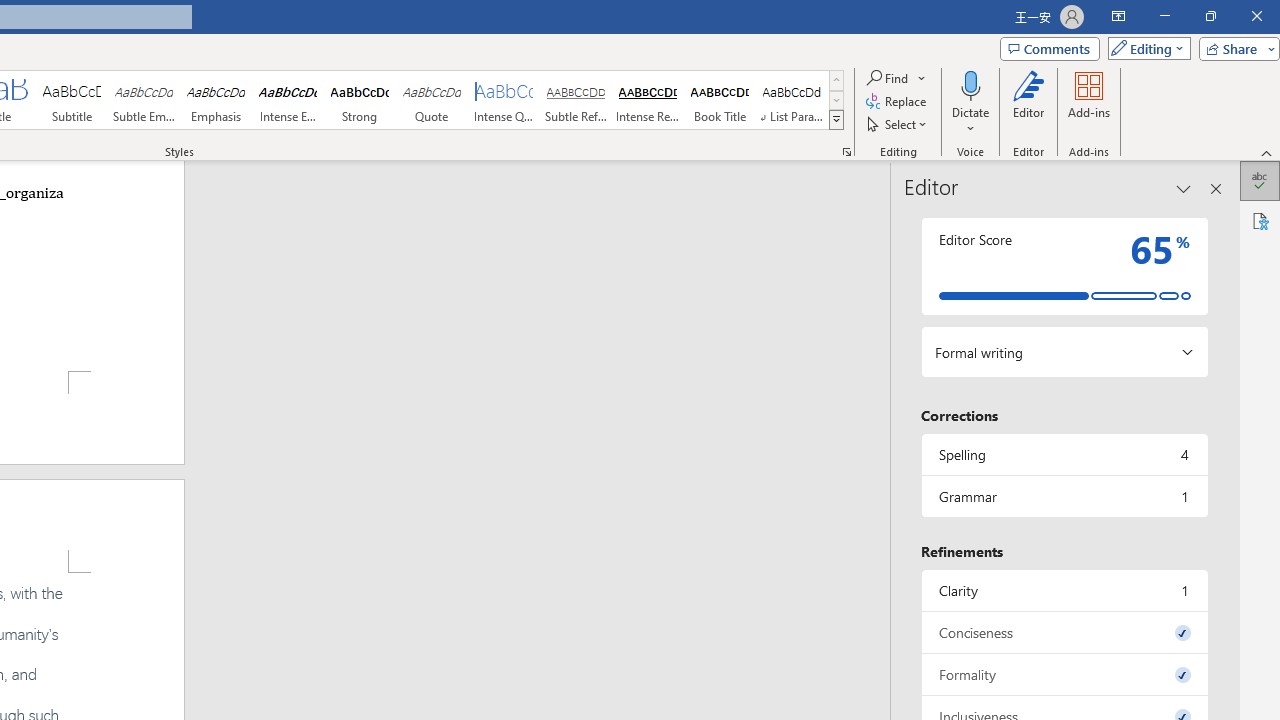 The width and height of the screenshot is (1280, 720). Describe the element at coordinates (1063, 674) in the screenshot. I see `'Formality, 0 issues. Press space or enter to review items.'` at that location.